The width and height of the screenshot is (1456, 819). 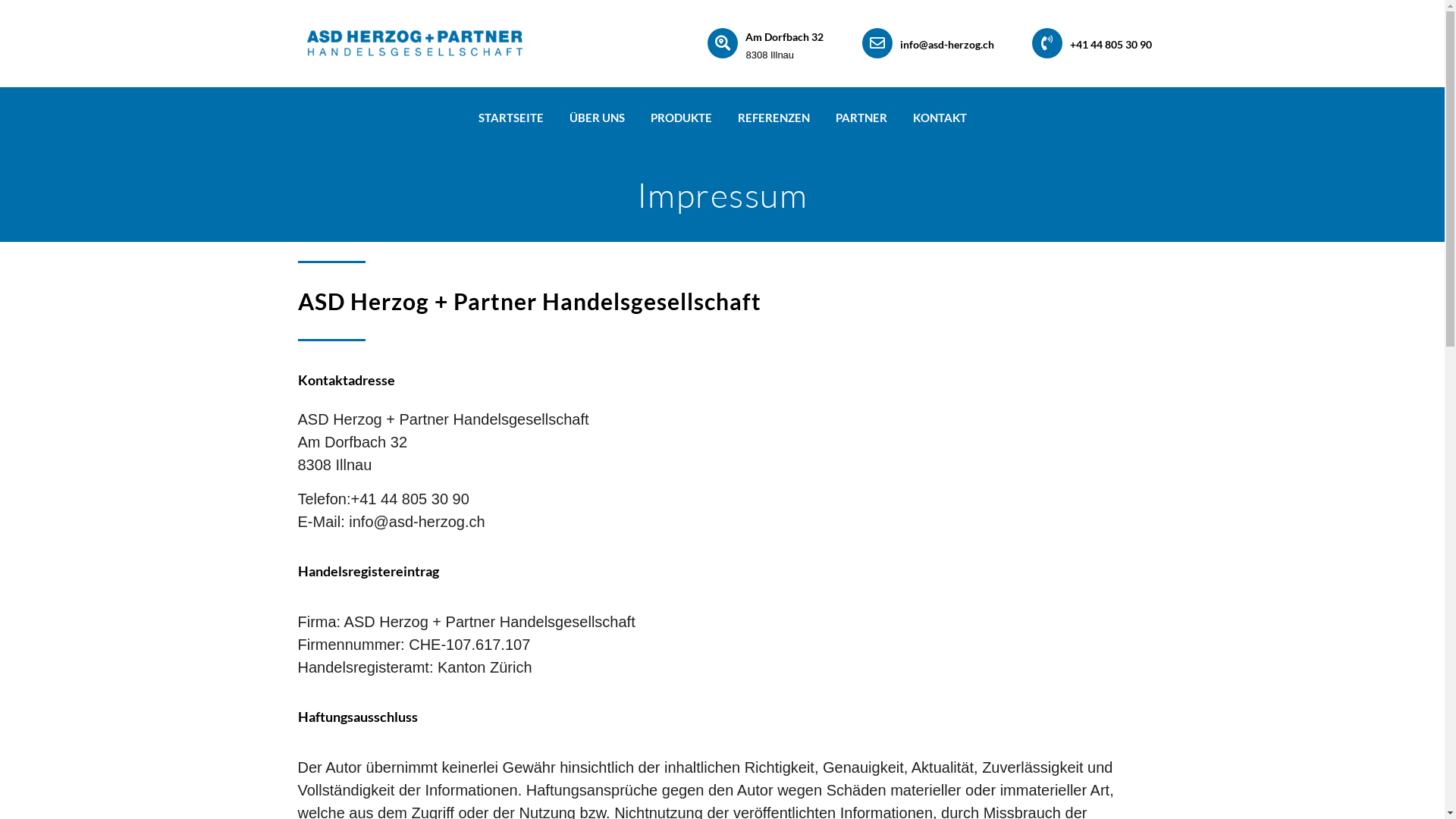 What do you see at coordinates (938, 116) in the screenshot?
I see `'KONTAKT'` at bounding box center [938, 116].